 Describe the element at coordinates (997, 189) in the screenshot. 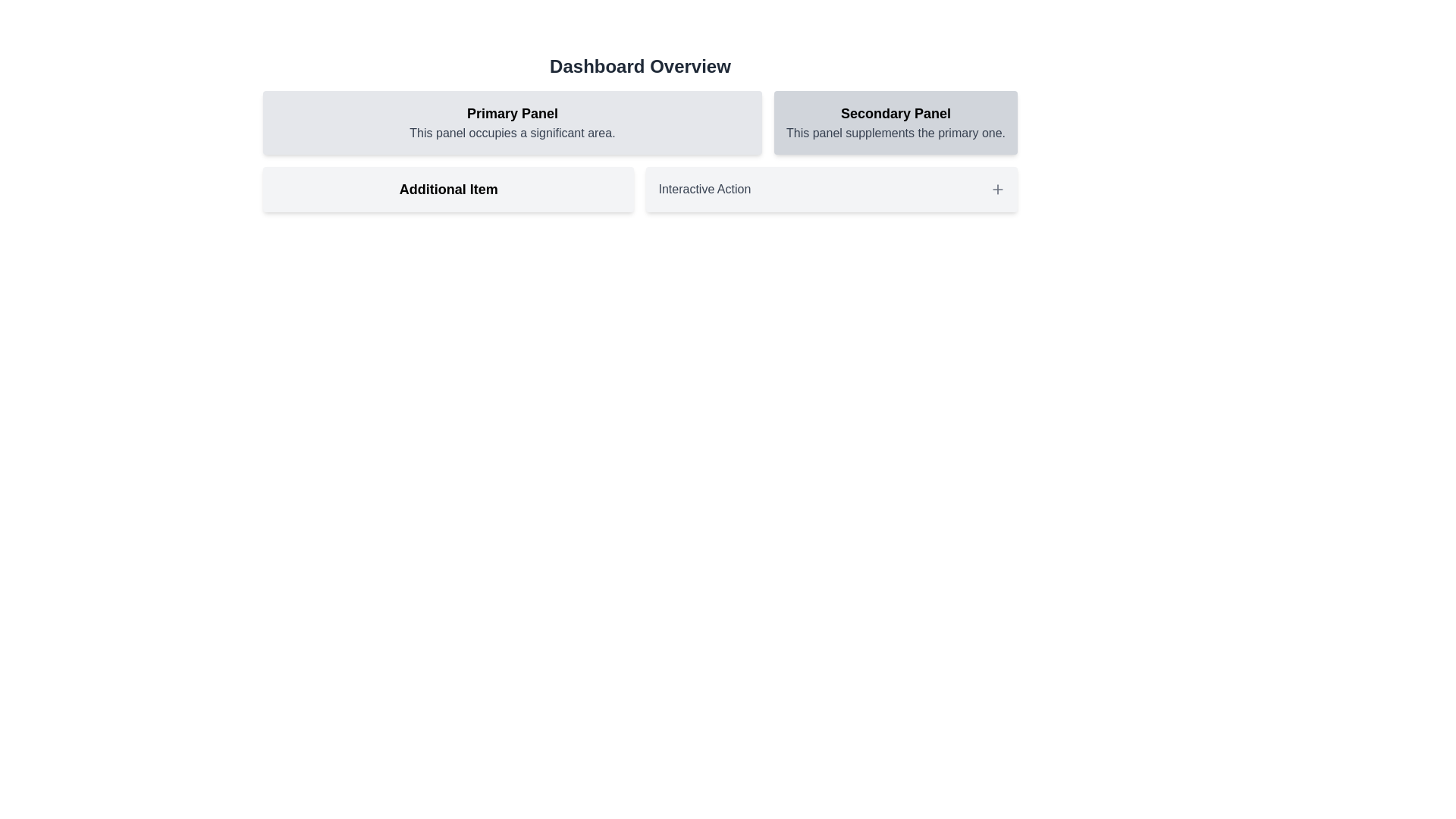

I see `the plus sign icon located at the far-right side of the 'Interactive Action' box` at that location.